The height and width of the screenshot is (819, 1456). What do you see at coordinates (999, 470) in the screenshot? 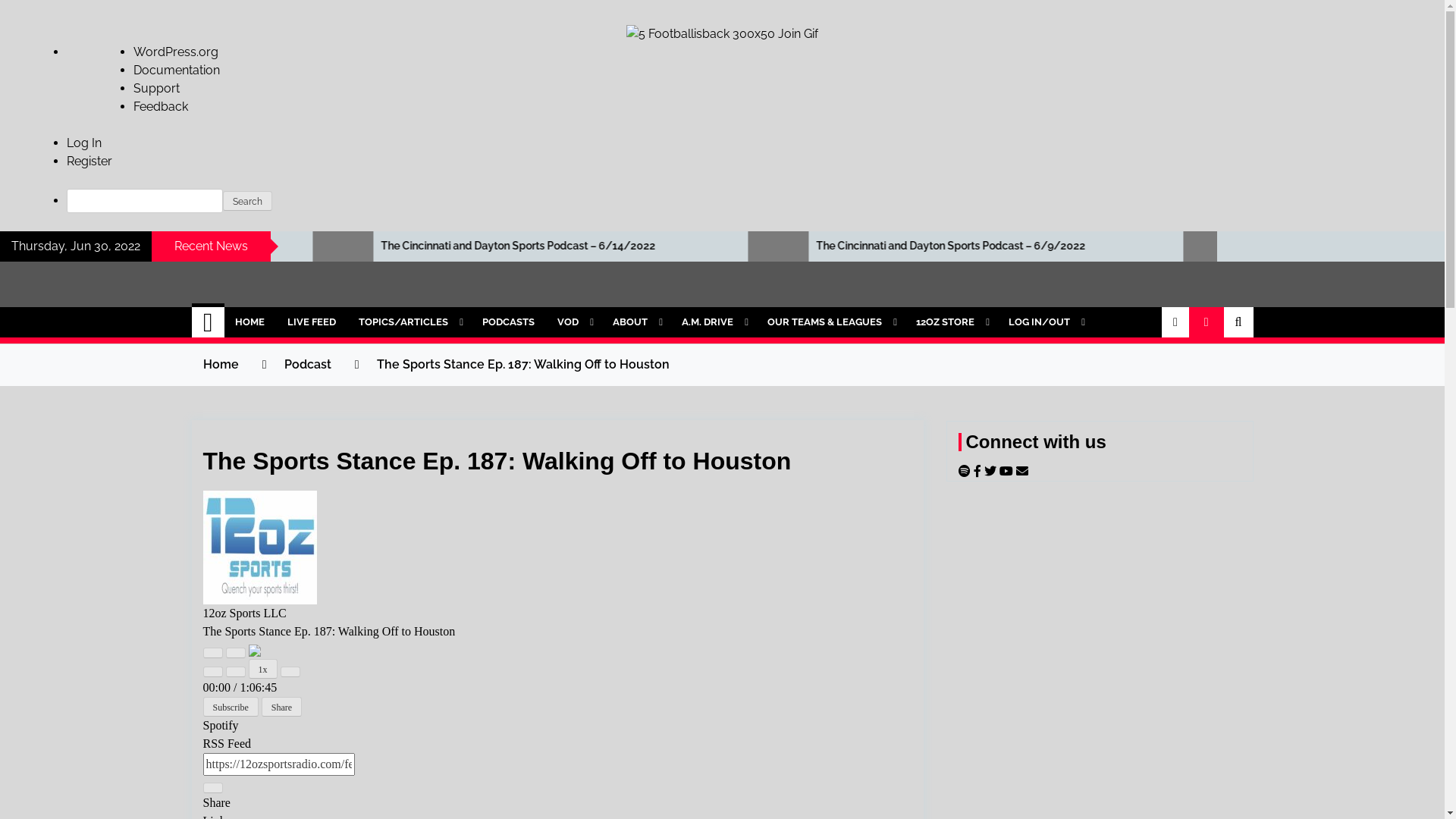
I see `'12oz Sports Network on Youtube'` at bounding box center [999, 470].